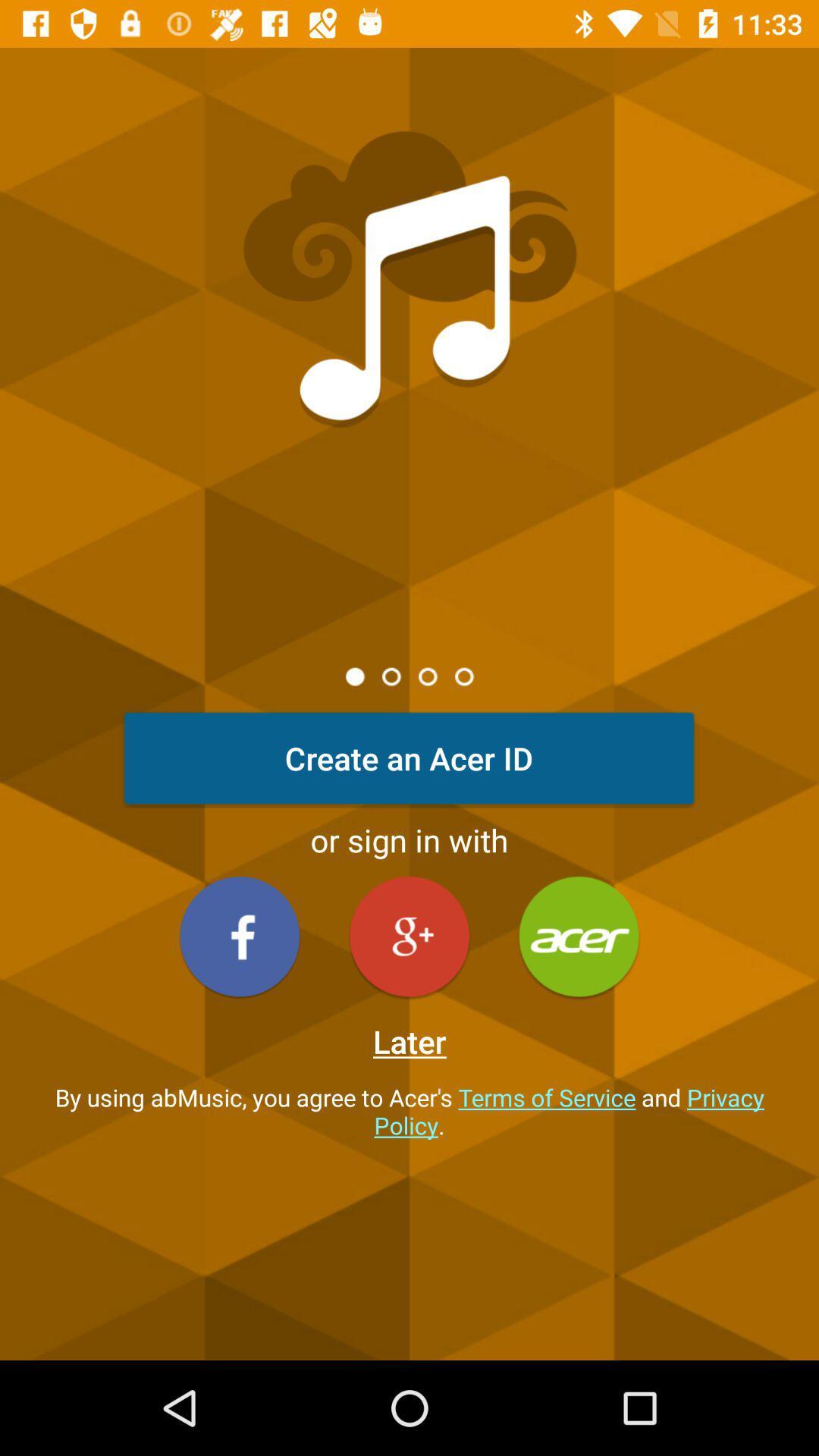 This screenshot has height=1456, width=819. I want to click on google+ icon, so click(409, 936).